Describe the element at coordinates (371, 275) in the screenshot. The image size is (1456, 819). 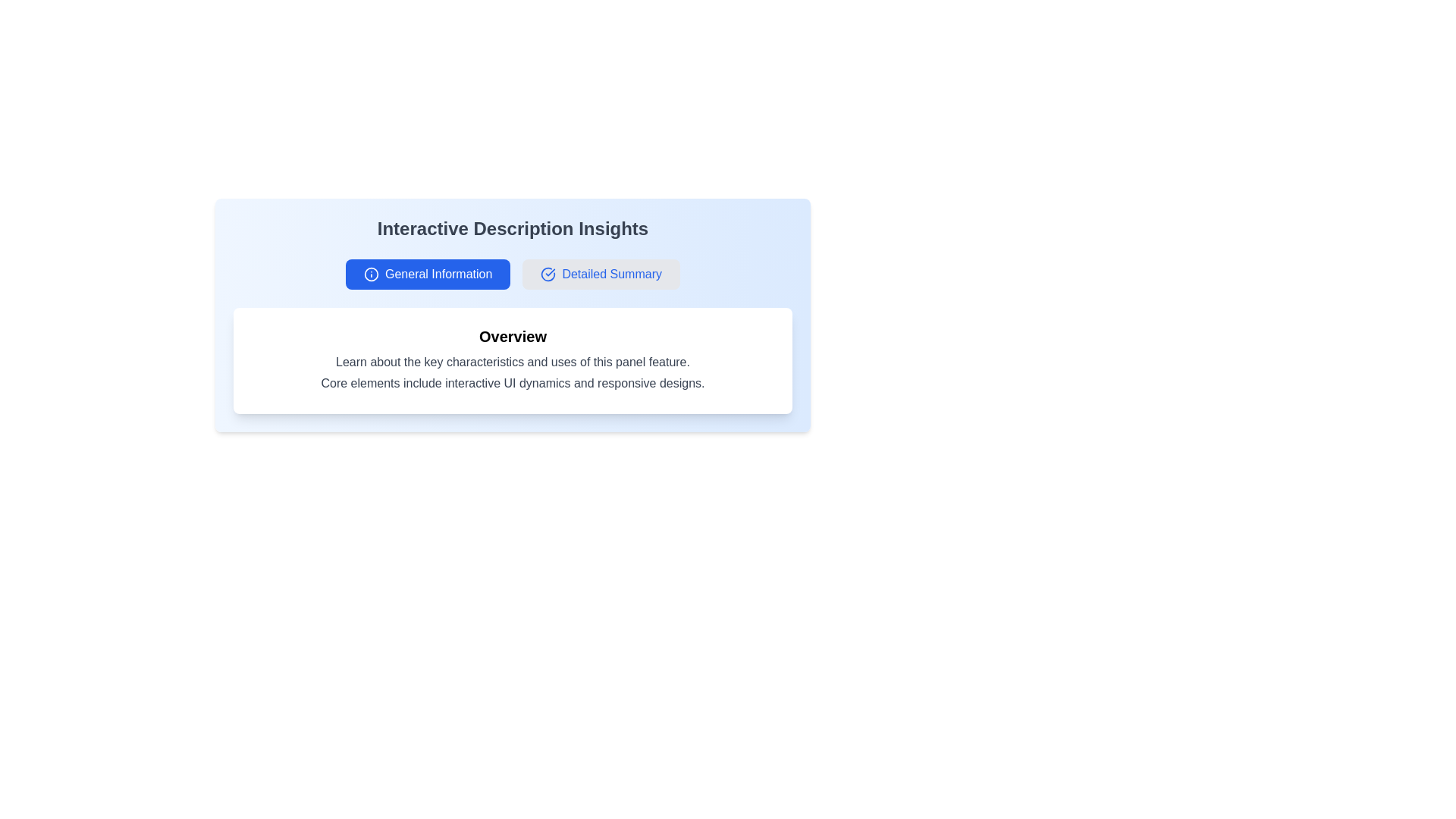
I see `the SVG circle with a blue outline and white interior, which is part of the information icon located to the left of the 'General Information' text label` at that location.